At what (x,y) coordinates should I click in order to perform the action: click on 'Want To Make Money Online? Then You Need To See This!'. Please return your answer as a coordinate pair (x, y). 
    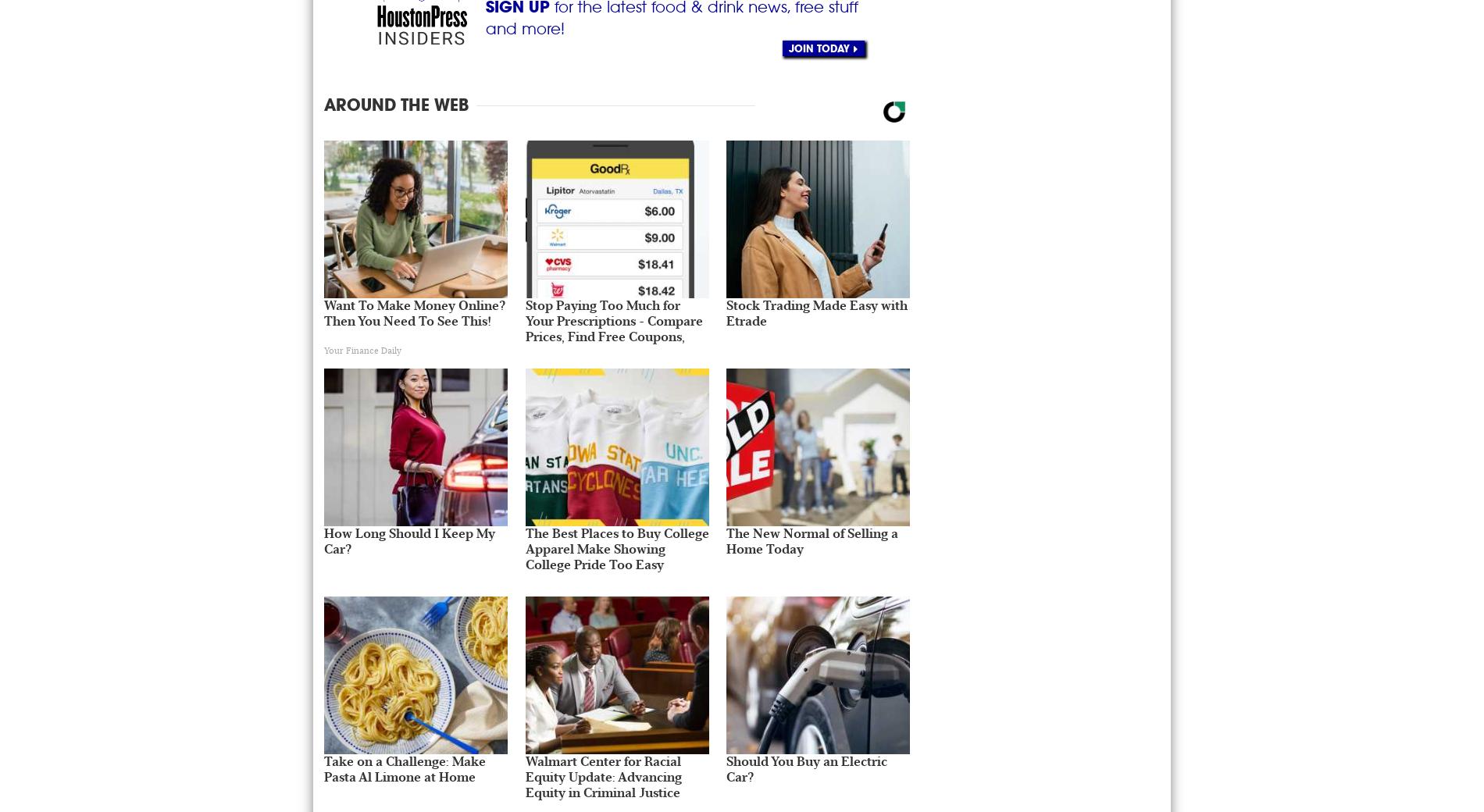
    Looking at the image, I should click on (323, 312).